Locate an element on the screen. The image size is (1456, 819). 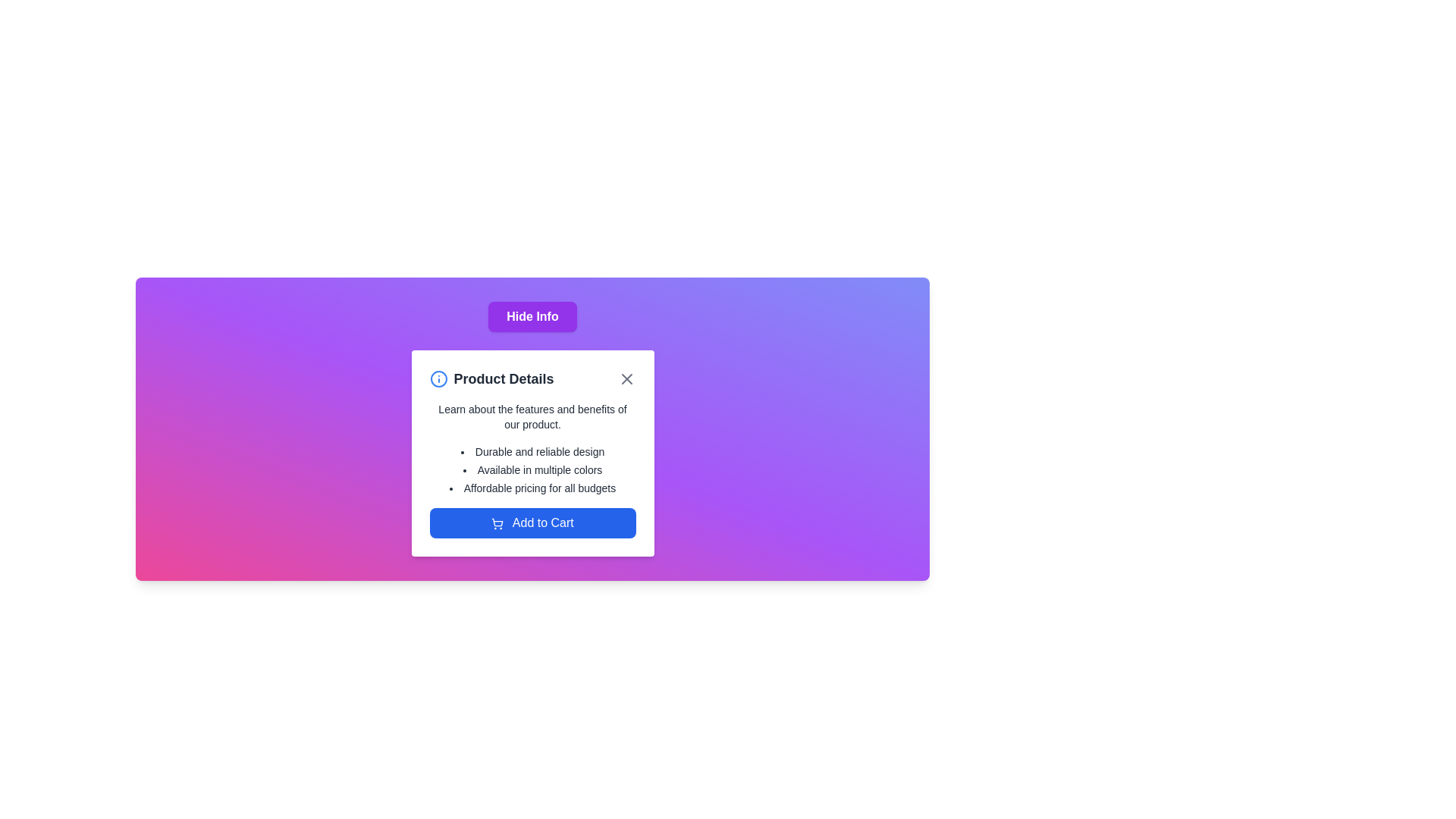
the introductory text element located below the 'Product Details' heading and above the bullet point list within the white panel is located at coordinates (532, 417).